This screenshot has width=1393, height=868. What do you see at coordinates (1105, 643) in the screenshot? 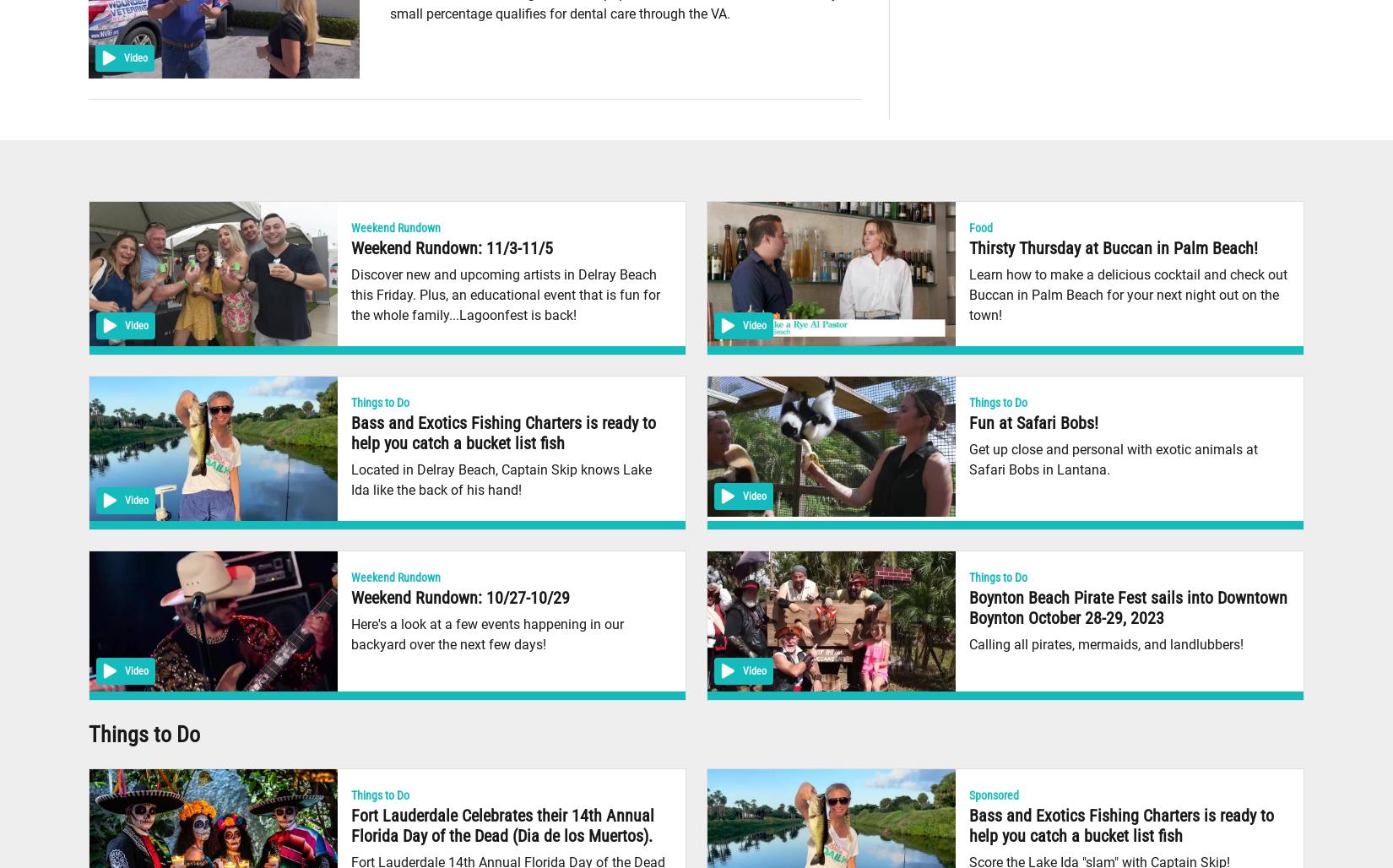
I see `'Calling all pirates, mermaids, and landlubbers!'` at bounding box center [1105, 643].